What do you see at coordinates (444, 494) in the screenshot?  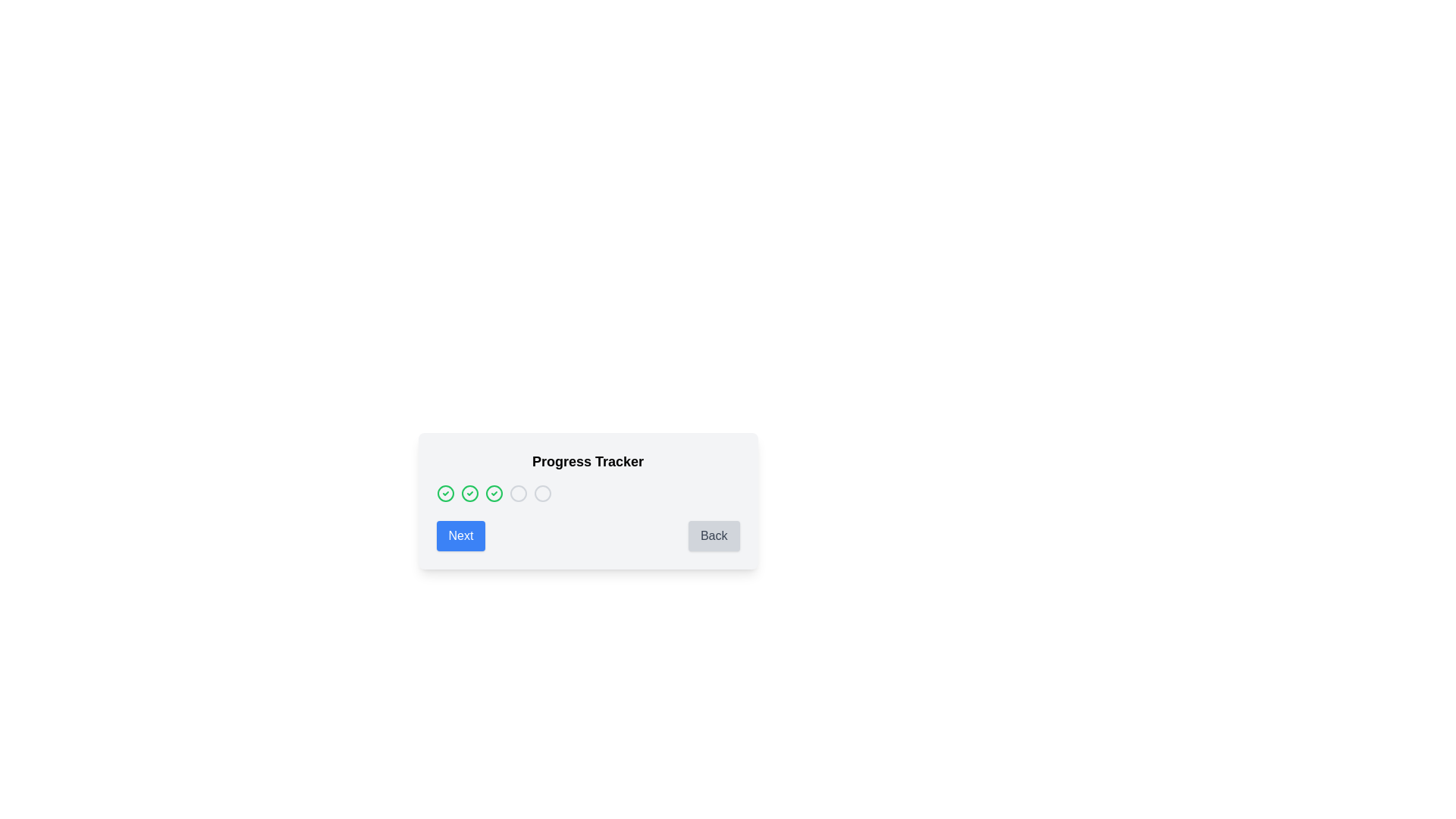 I see `the status represented by the circular icon with a green border and a check mark, located in the second position of the progress tracker interface` at bounding box center [444, 494].